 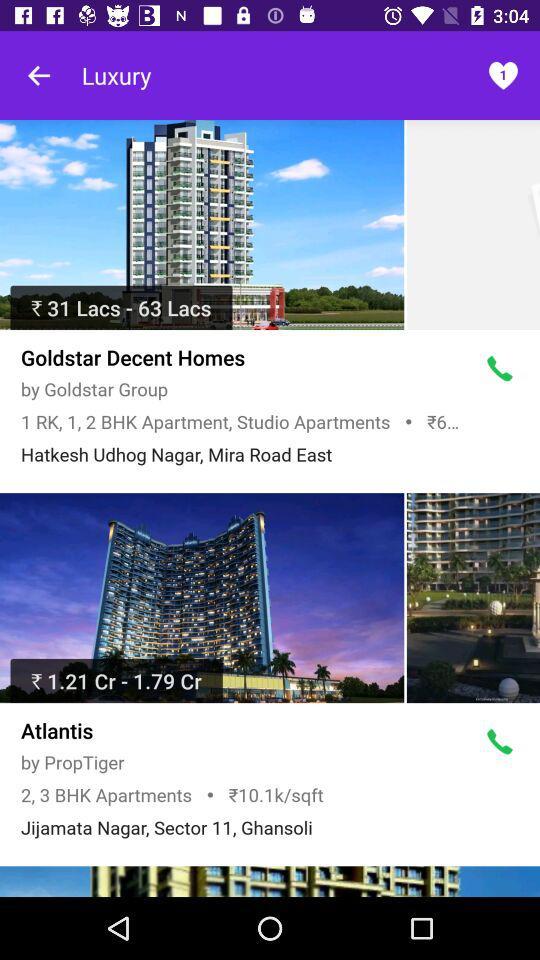 I want to click on photo, so click(x=472, y=598).